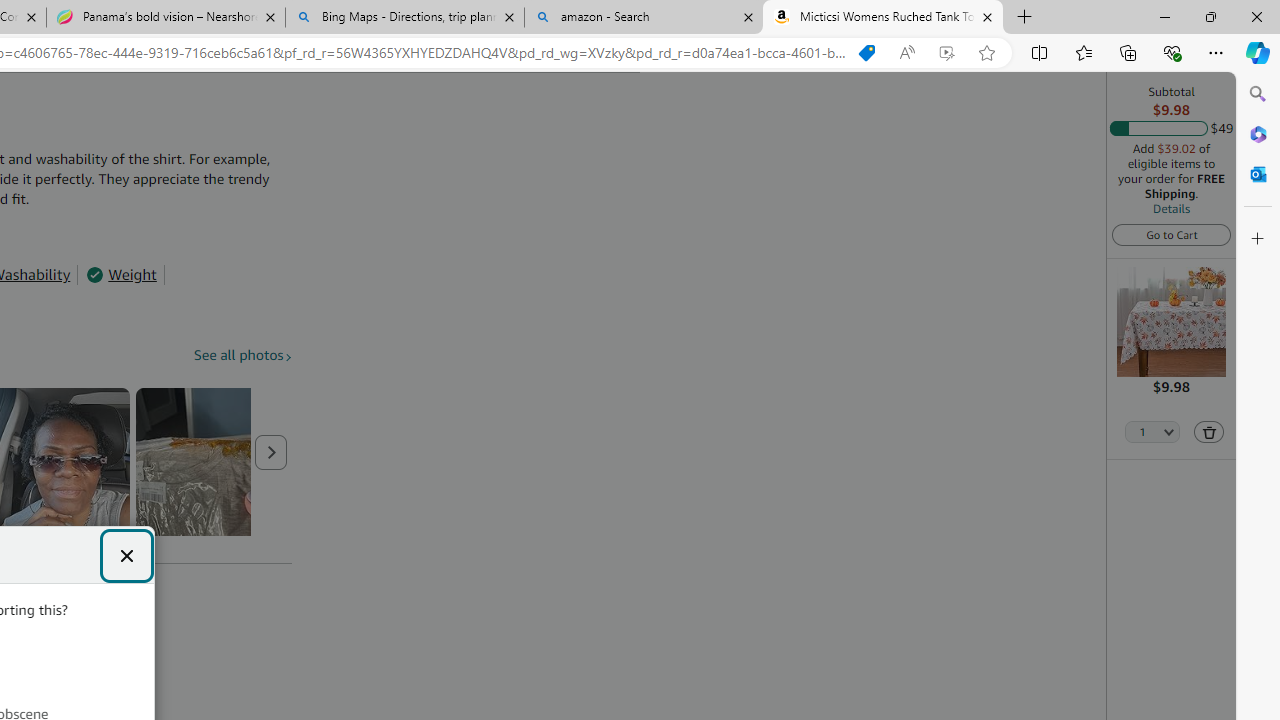 The image size is (1280, 720). What do you see at coordinates (945, 52) in the screenshot?
I see `'Enhance video'` at bounding box center [945, 52].